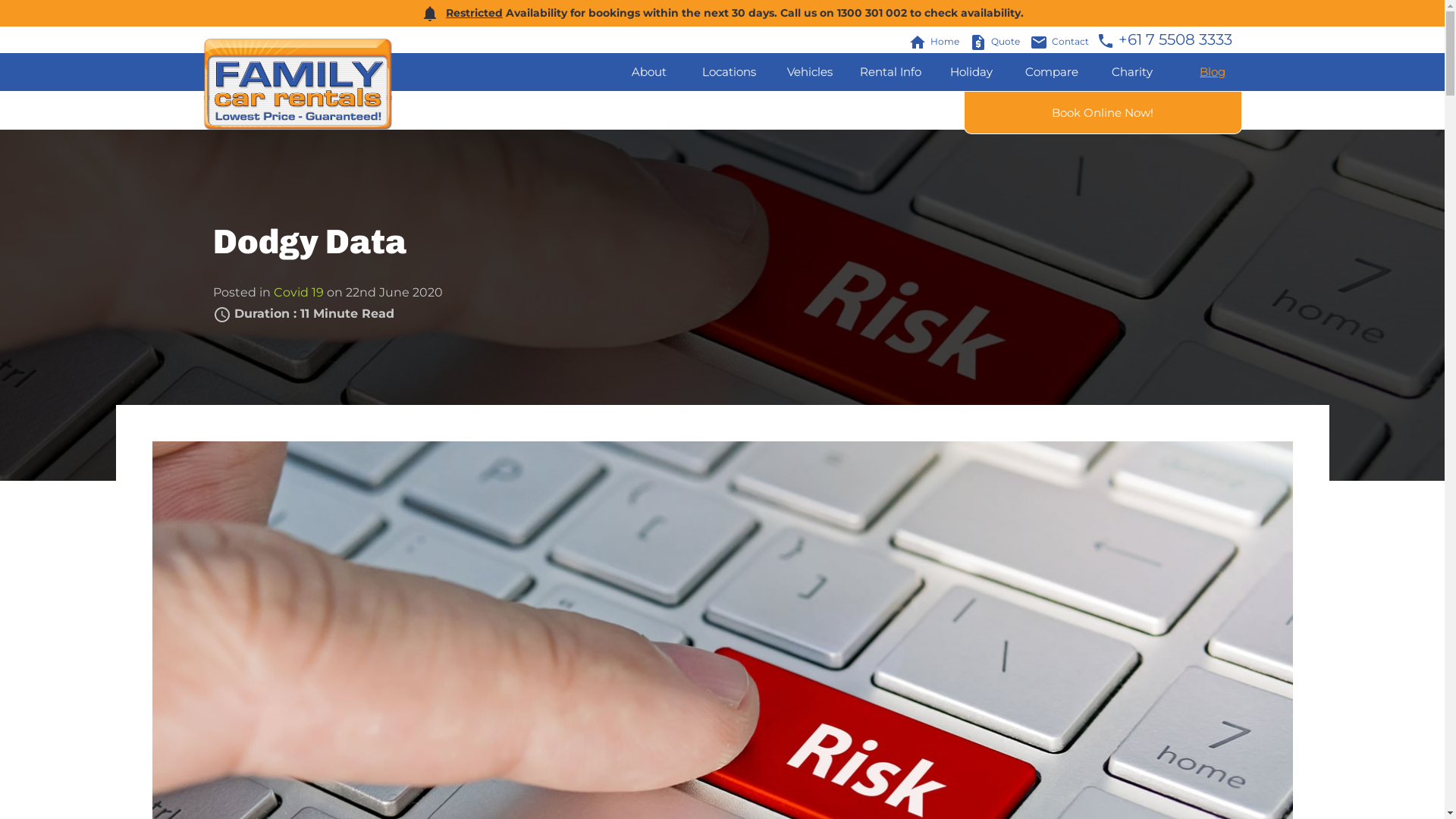 The height and width of the screenshot is (819, 1456). Describe the element at coordinates (1211, 72) in the screenshot. I see `'Blog'` at that location.